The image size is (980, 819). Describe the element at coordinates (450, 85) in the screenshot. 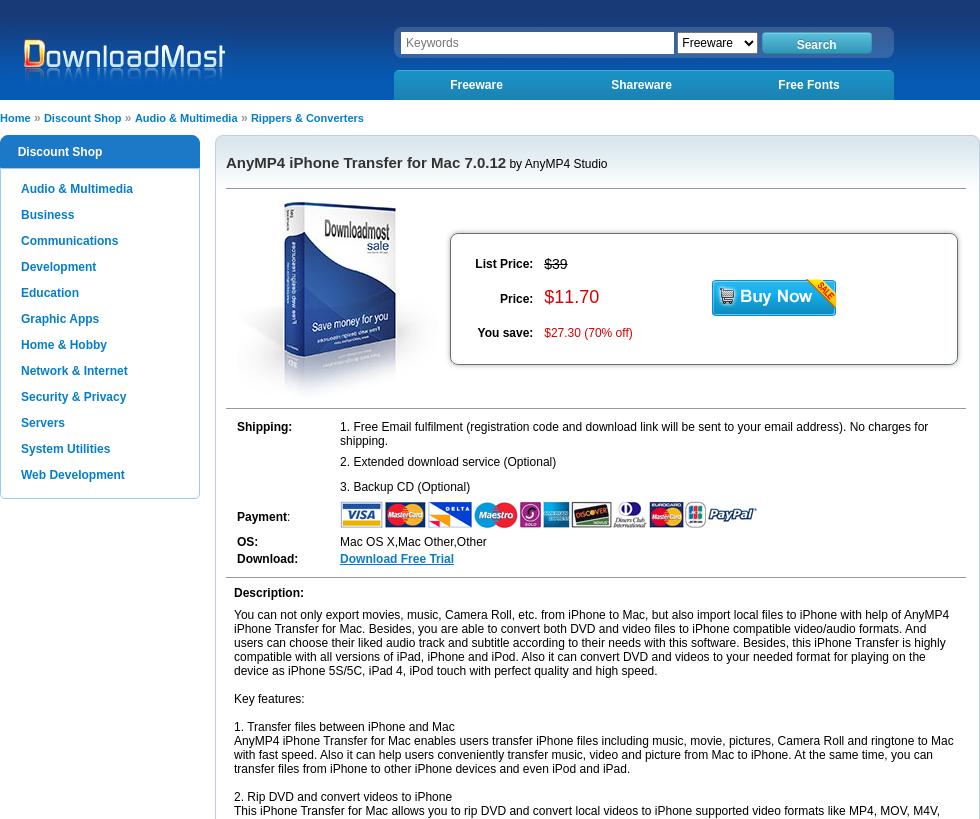

I see `'Freeware'` at that location.